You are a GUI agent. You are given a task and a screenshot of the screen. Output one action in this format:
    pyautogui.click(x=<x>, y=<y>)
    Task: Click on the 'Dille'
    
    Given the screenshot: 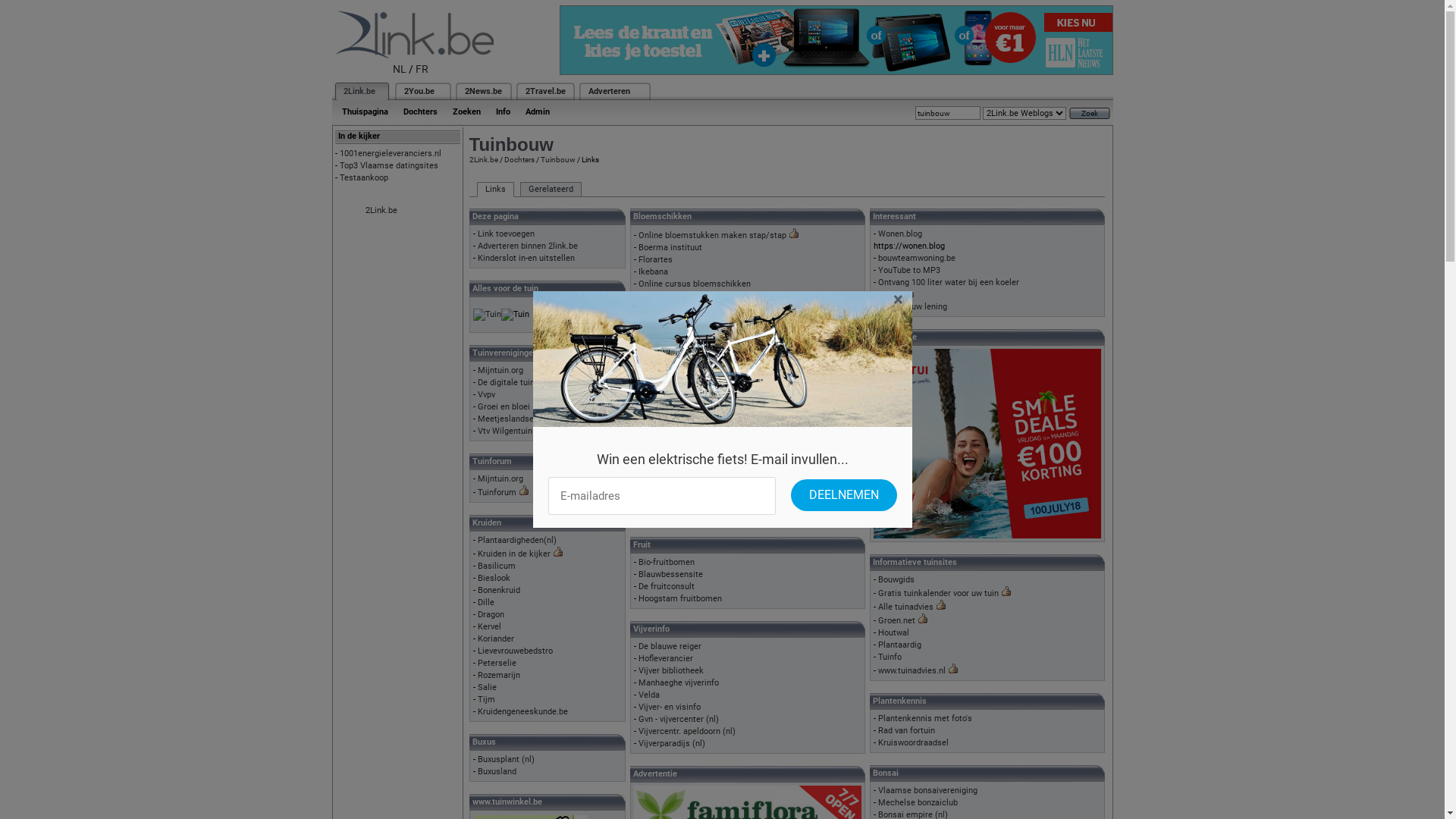 What is the action you would take?
    pyautogui.click(x=476, y=601)
    